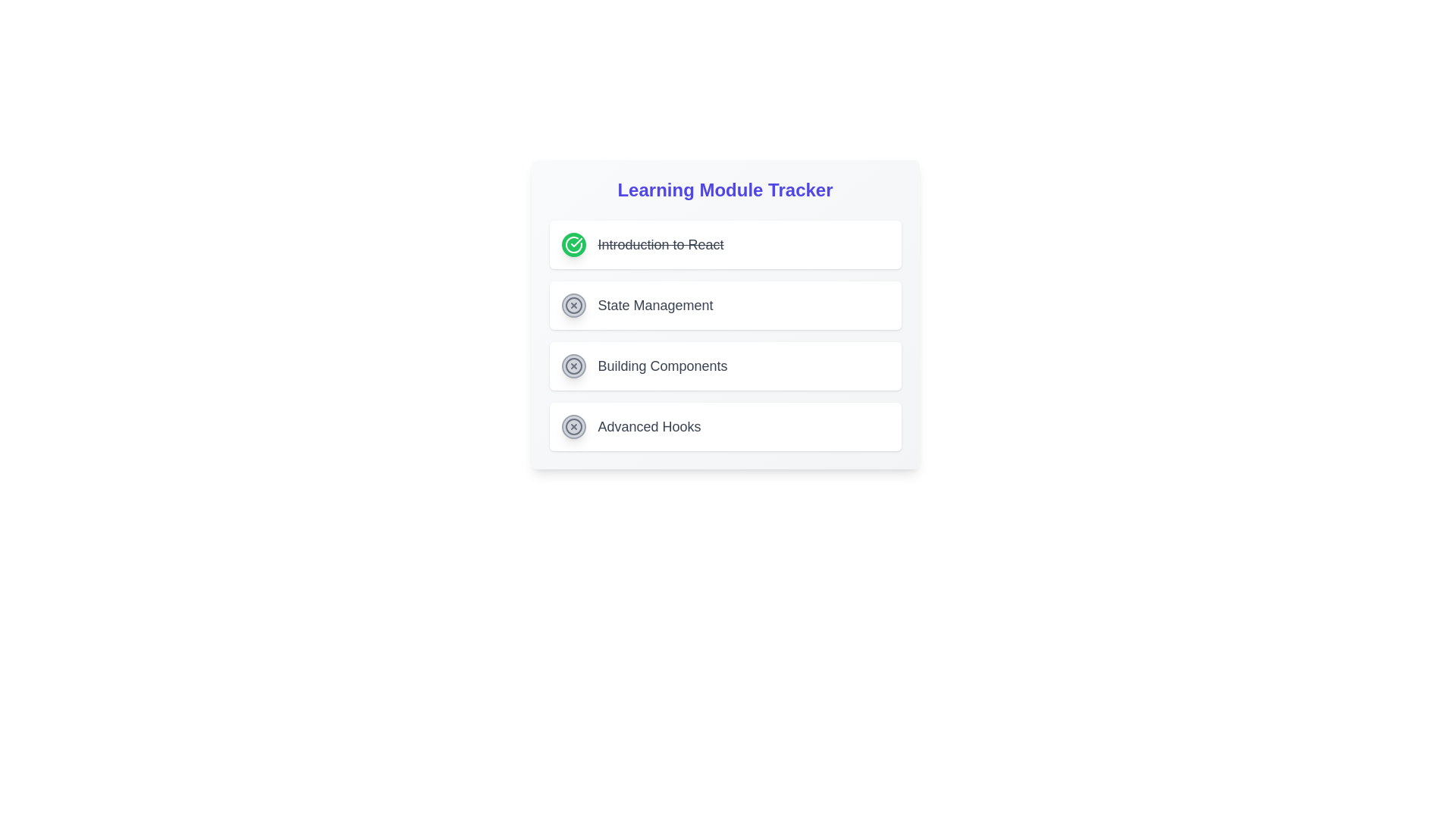 The image size is (1456, 819). What do you see at coordinates (662, 366) in the screenshot?
I see `the 'Building Components' text label, which is styled with a medium-weight font in gray color and is the third item in a vertically-stacked list within the 'Learning Module Tracker' interface` at bounding box center [662, 366].